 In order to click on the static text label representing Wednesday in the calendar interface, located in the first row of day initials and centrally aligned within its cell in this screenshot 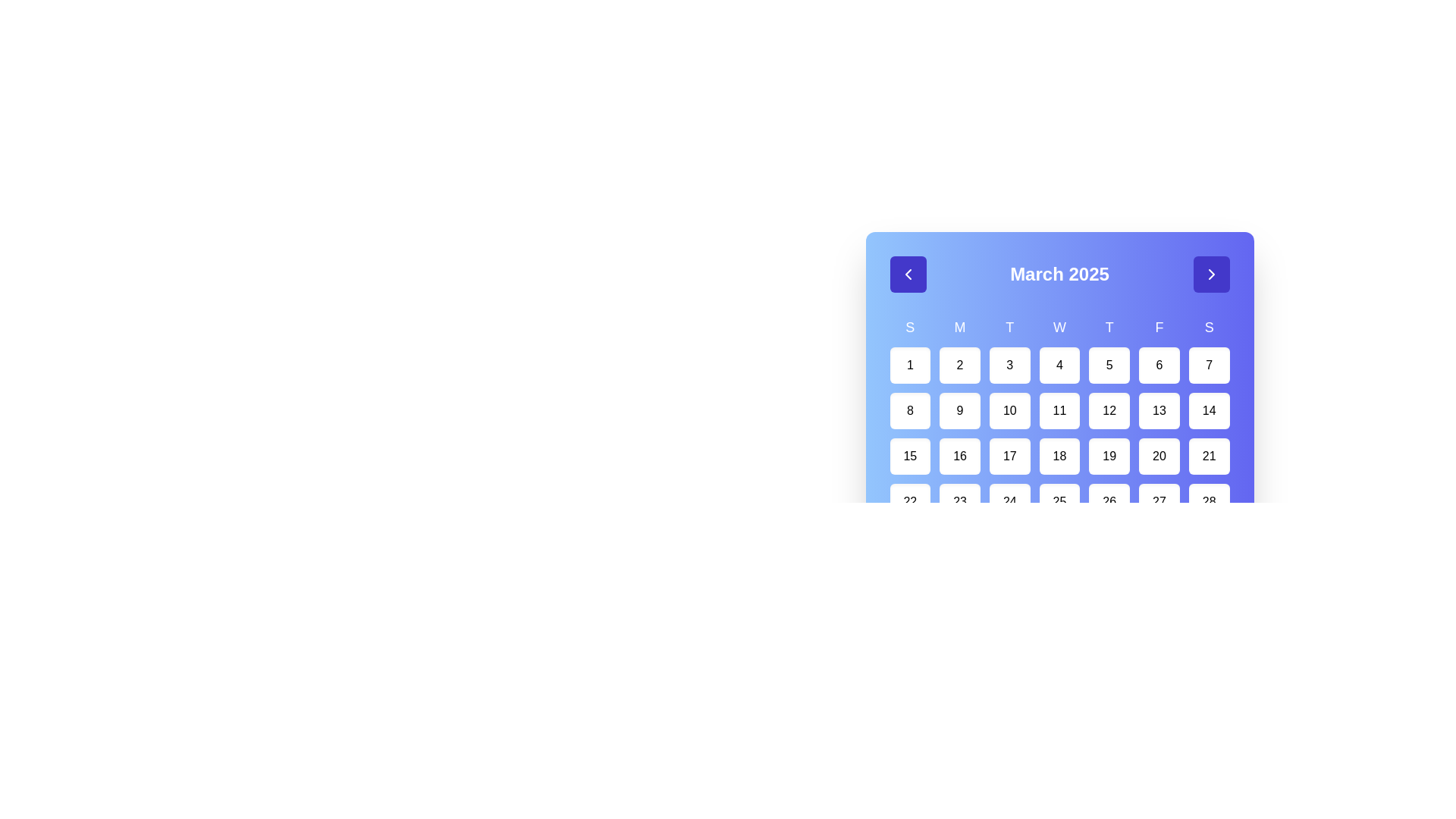, I will do `click(1059, 327)`.